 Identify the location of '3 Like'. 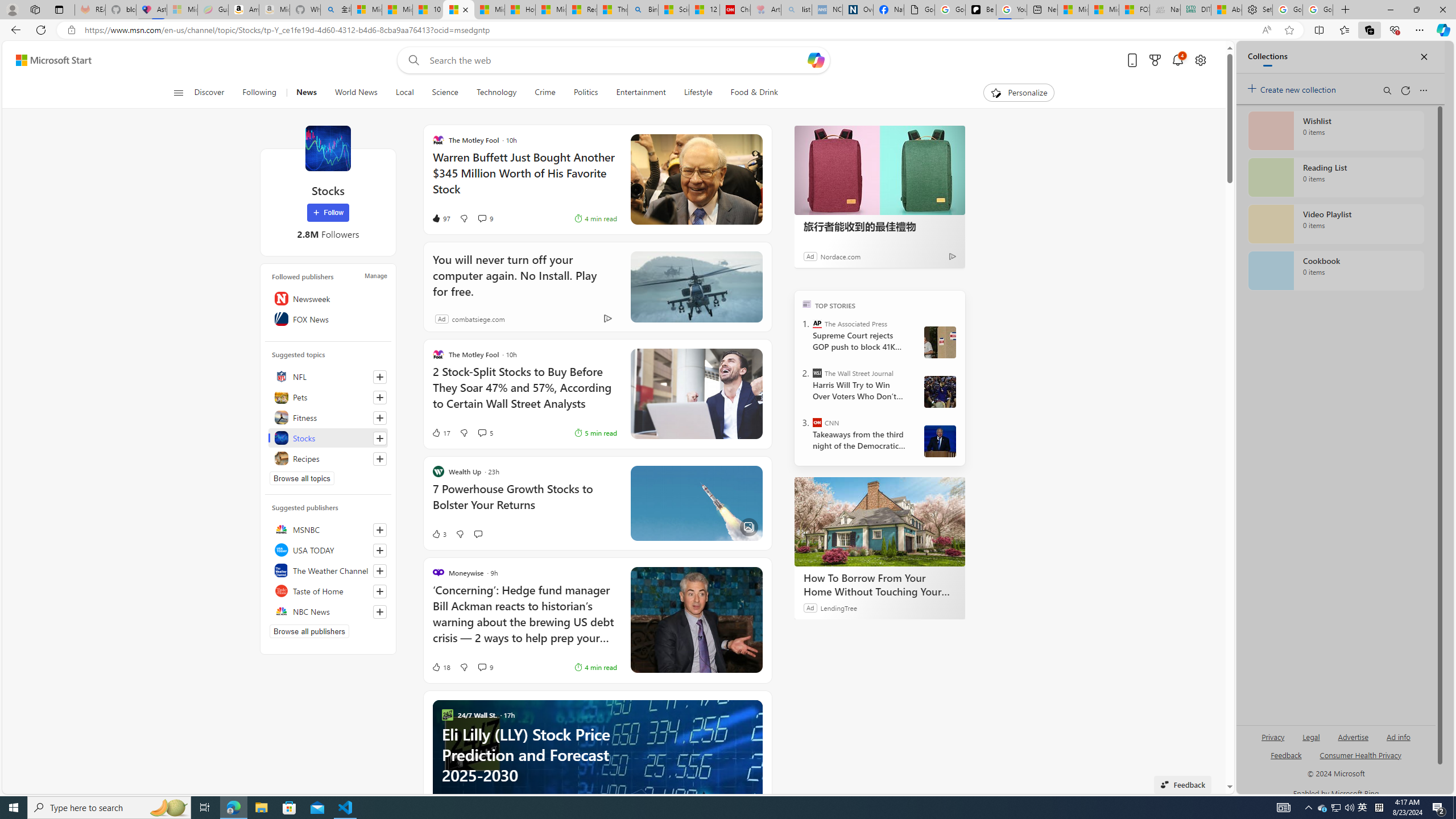
(438, 533).